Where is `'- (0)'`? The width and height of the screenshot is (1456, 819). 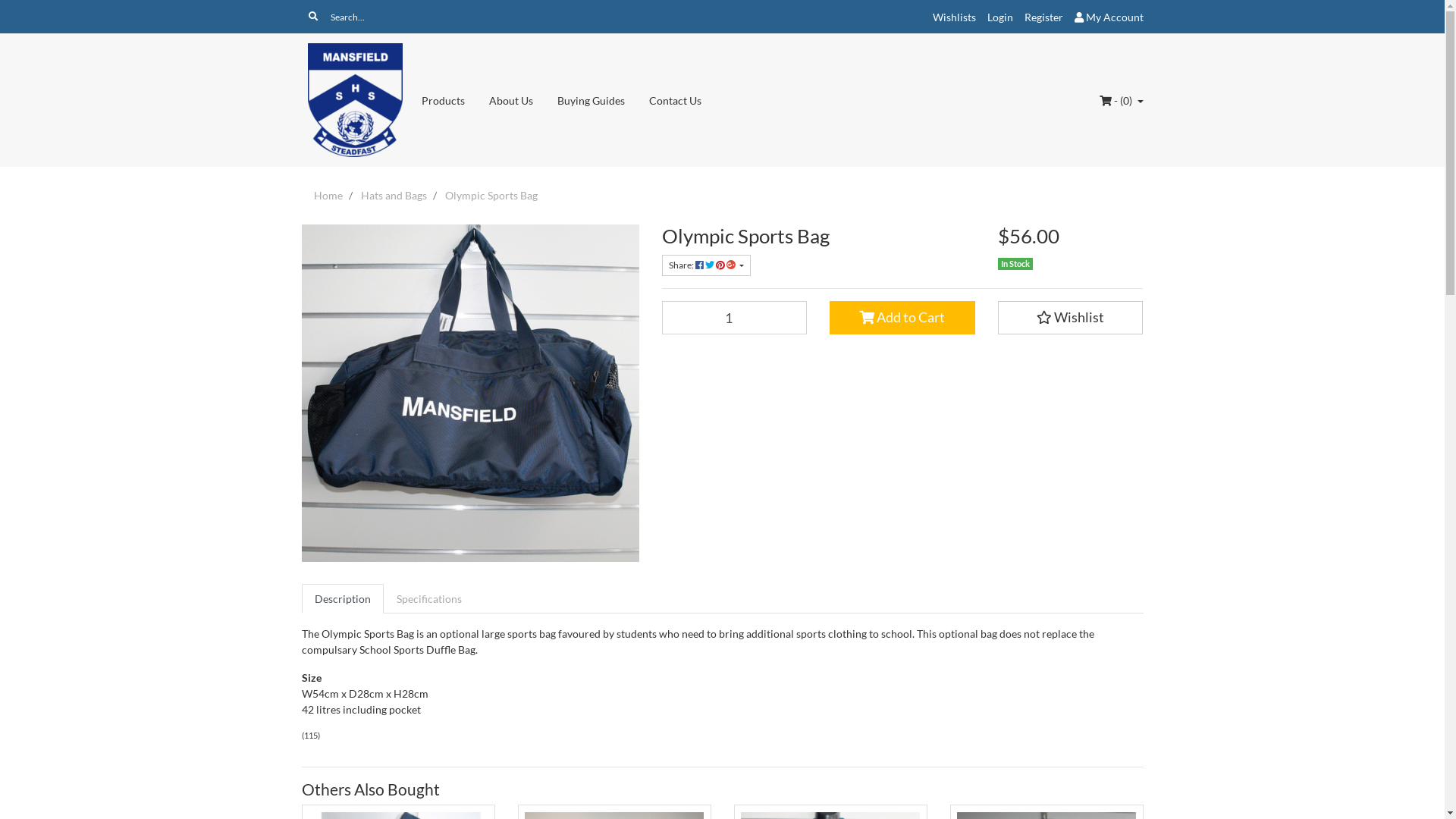
'- (0)' is located at coordinates (1121, 100).